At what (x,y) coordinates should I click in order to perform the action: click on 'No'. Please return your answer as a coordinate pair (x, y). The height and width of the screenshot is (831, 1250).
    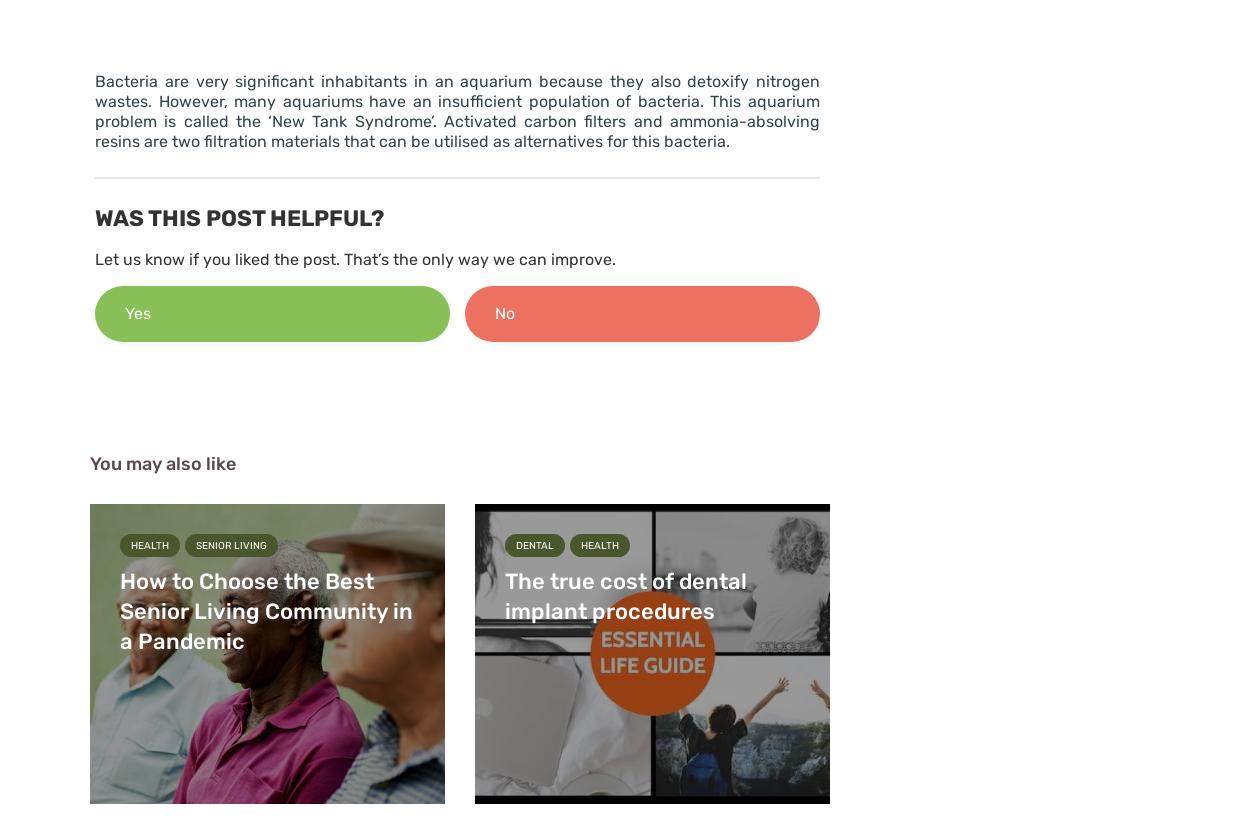
    Looking at the image, I should click on (505, 312).